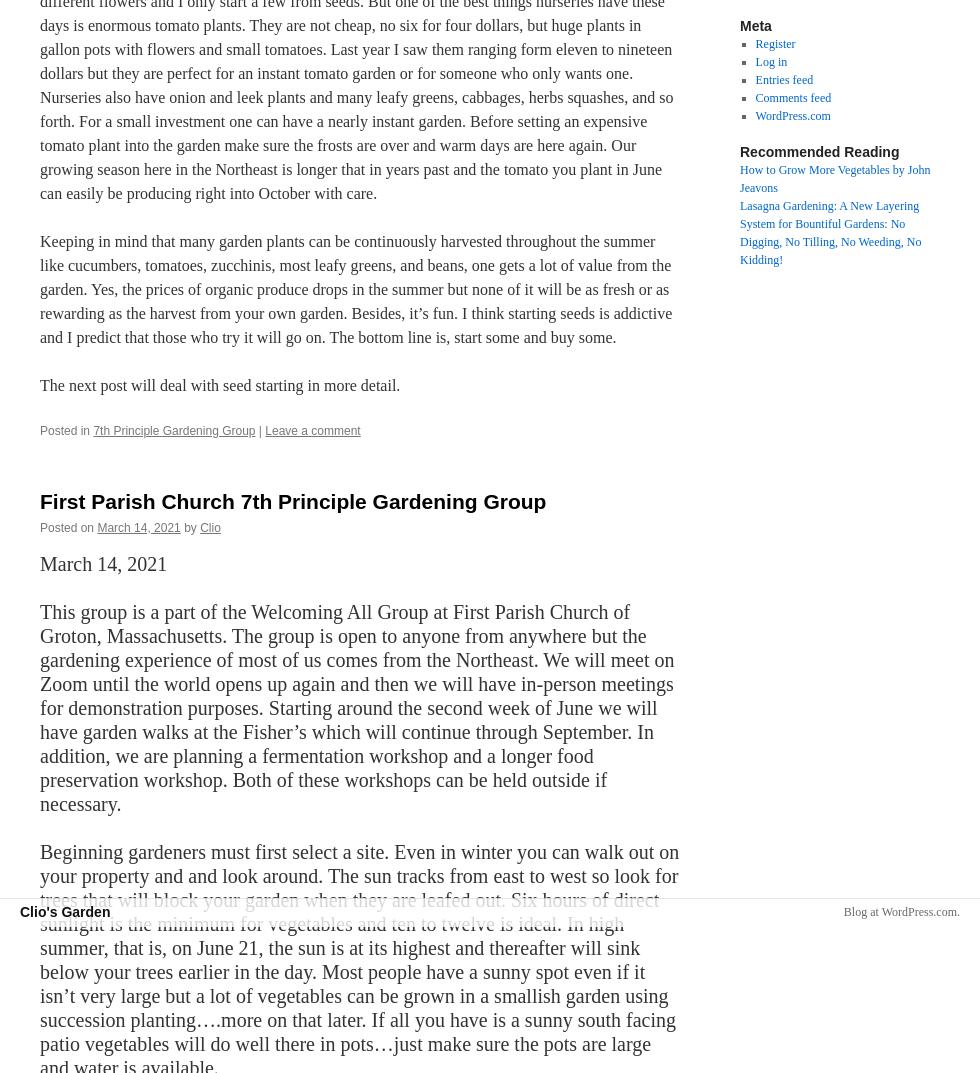 This screenshot has width=980, height=1073. What do you see at coordinates (834, 177) in the screenshot?
I see `'How to Grow More Vegetables by John Jeavons'` at bounding box center [834, 177].